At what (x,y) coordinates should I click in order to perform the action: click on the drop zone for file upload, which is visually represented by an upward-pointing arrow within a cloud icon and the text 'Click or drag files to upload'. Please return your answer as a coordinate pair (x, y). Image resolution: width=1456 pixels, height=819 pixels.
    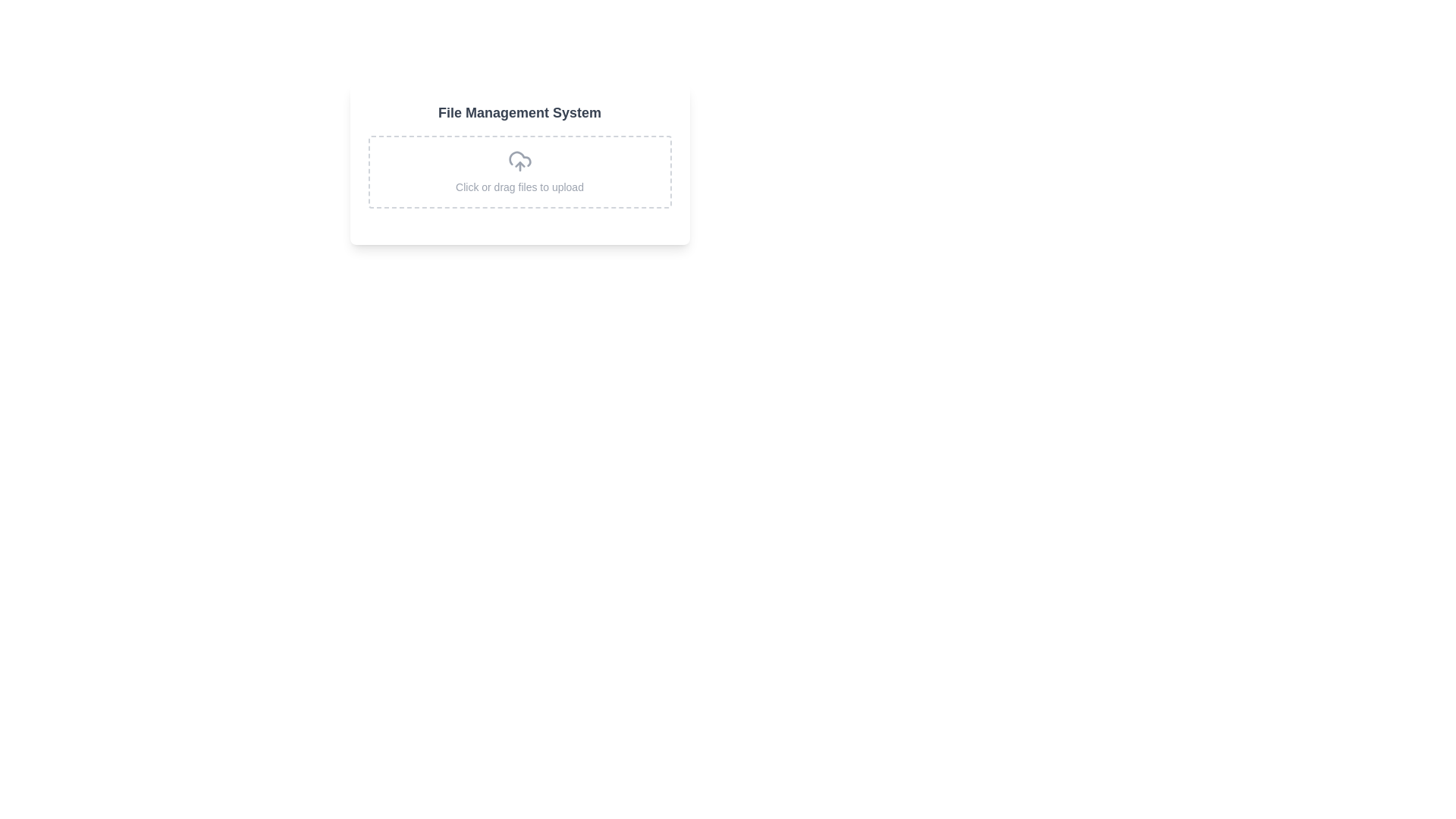
    Looking at the image, I should click on (519, 171).